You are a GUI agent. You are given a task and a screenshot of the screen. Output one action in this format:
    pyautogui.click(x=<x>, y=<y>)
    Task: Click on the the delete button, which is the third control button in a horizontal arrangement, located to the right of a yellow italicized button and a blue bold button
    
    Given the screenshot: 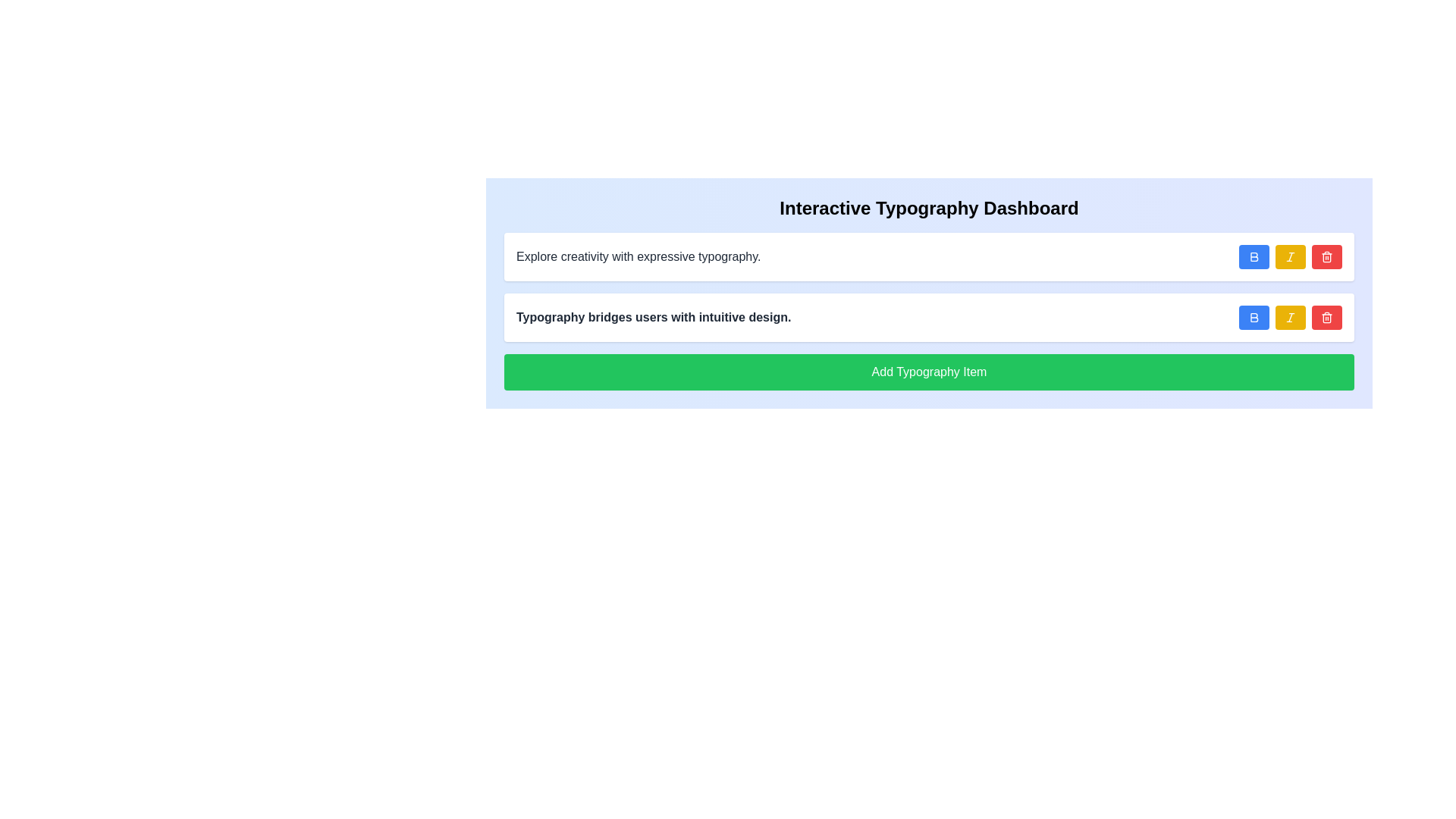 What is the action you would take?
    pyautogui.click(x=1326, y=256)
    